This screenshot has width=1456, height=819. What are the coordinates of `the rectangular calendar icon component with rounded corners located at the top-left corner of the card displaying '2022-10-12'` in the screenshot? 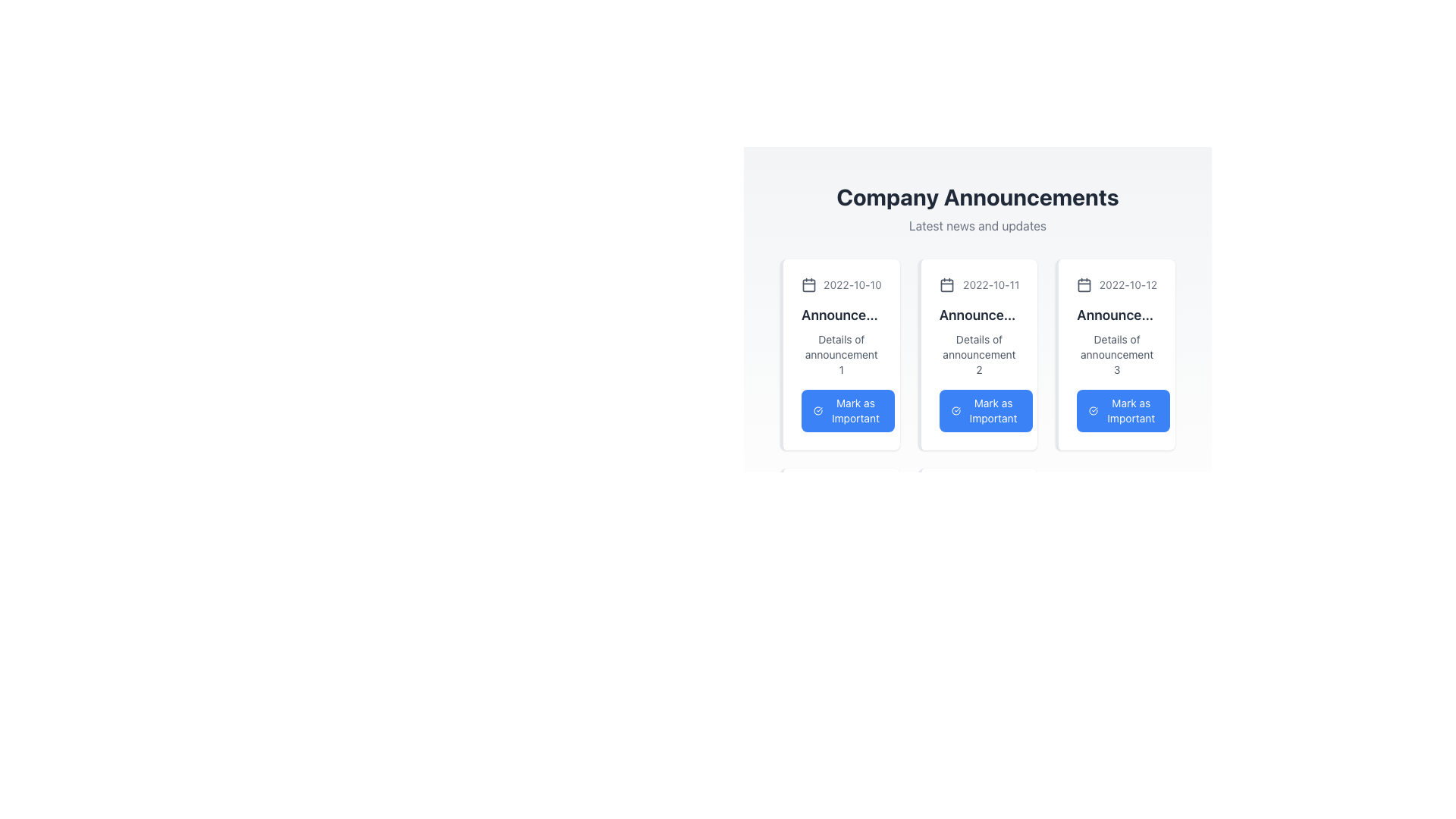 It's located at (1084, 285).